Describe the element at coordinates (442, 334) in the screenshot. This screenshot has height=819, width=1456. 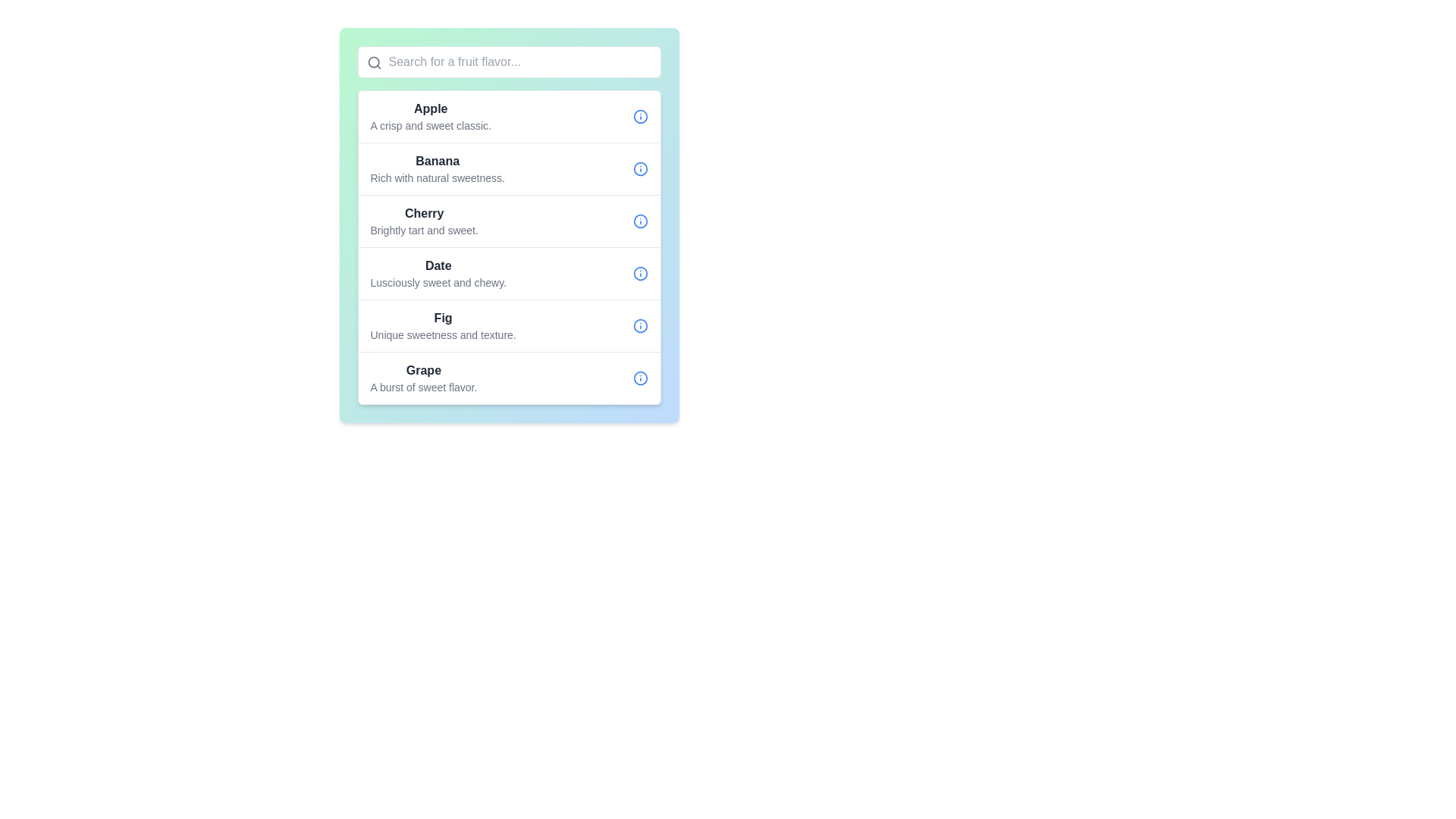
I see `the subtitle text description styled in a smaller font size and light gray color, located directly below the title 'Fig' in the list of fruit options` at that location.